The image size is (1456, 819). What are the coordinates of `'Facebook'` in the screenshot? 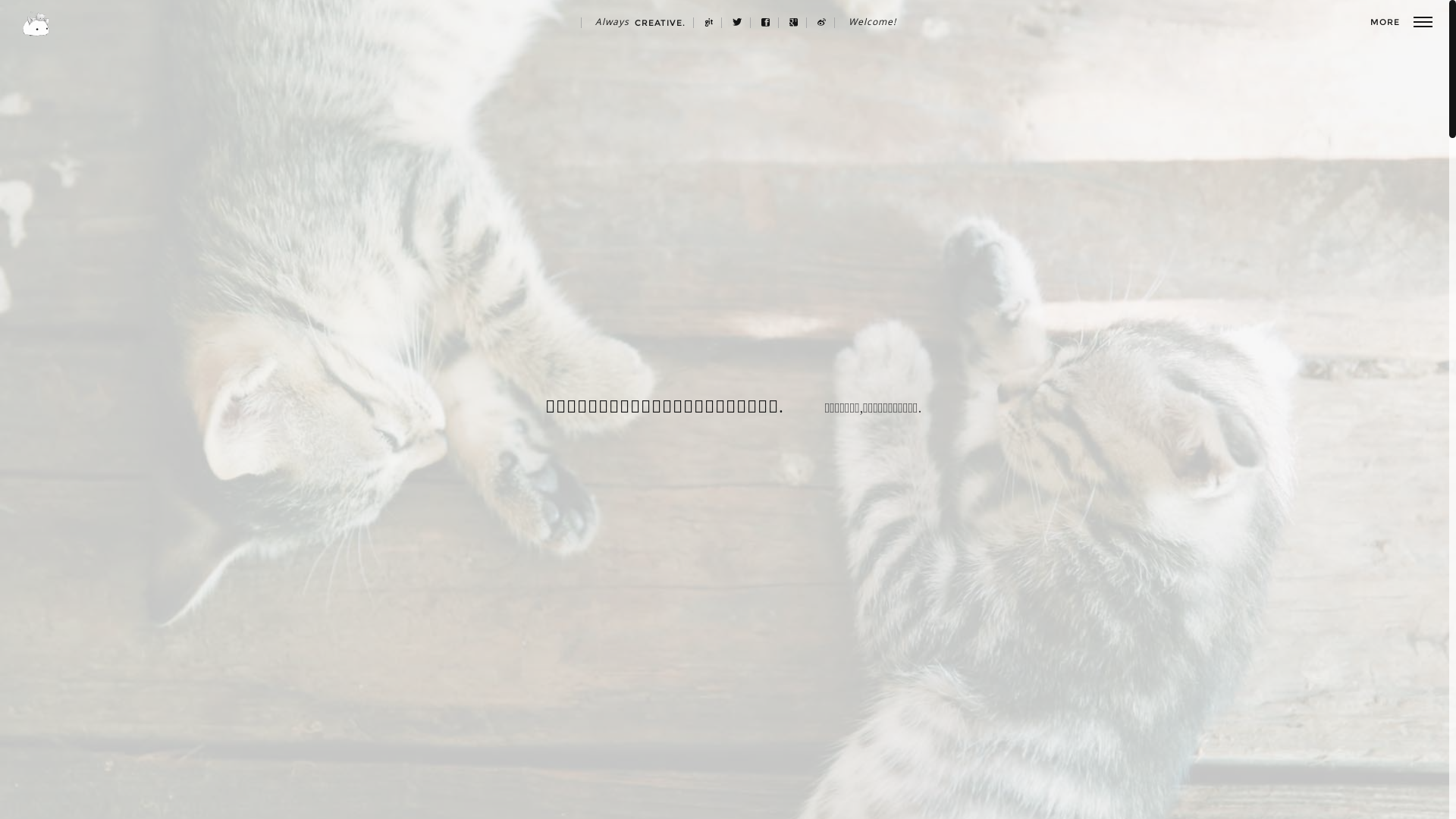 It's located at (753, 23).